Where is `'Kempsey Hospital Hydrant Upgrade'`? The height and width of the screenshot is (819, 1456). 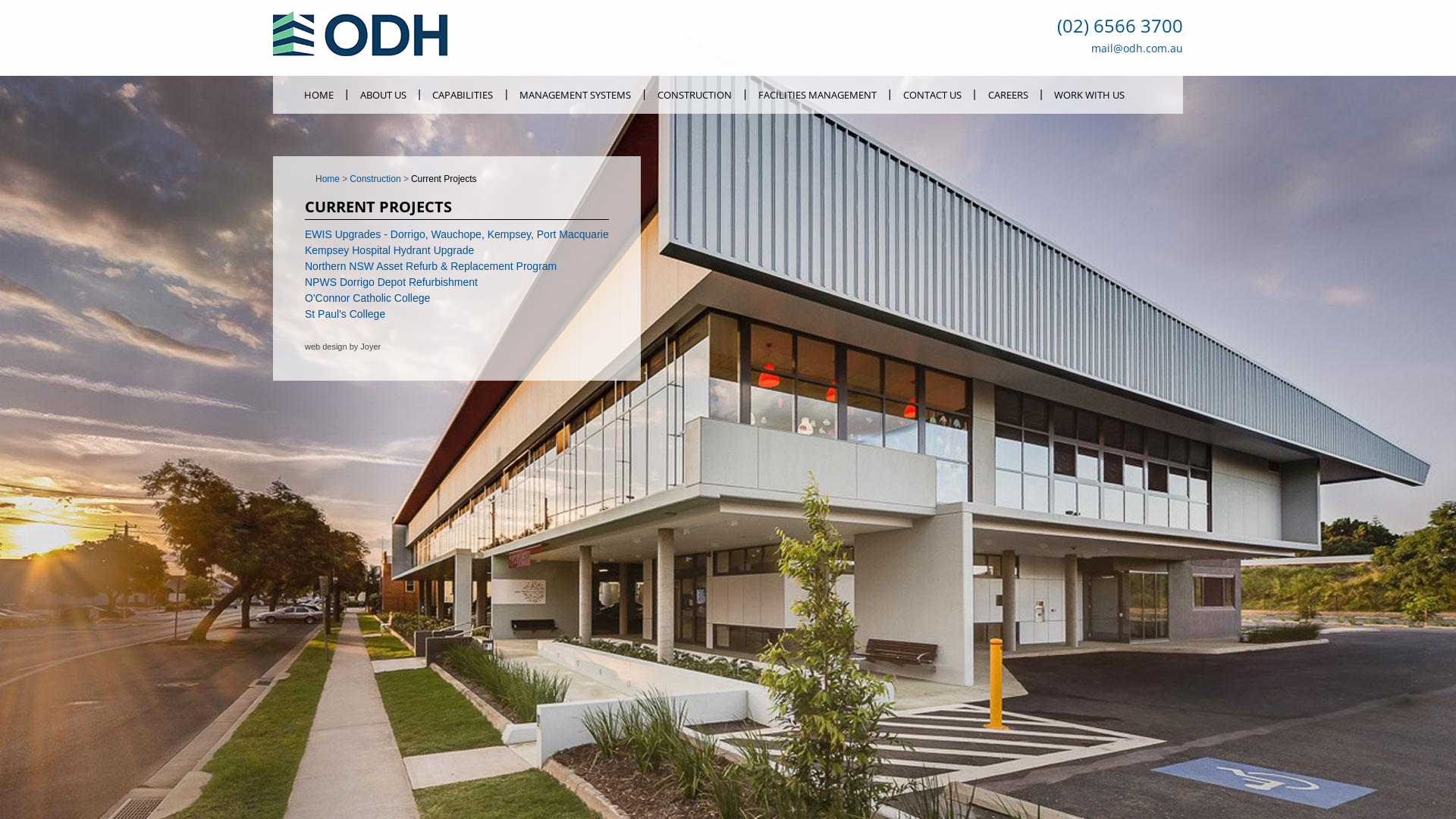 'Kempsey Hospital Hydrant Upgrade' is located at coordinates (389, 249).